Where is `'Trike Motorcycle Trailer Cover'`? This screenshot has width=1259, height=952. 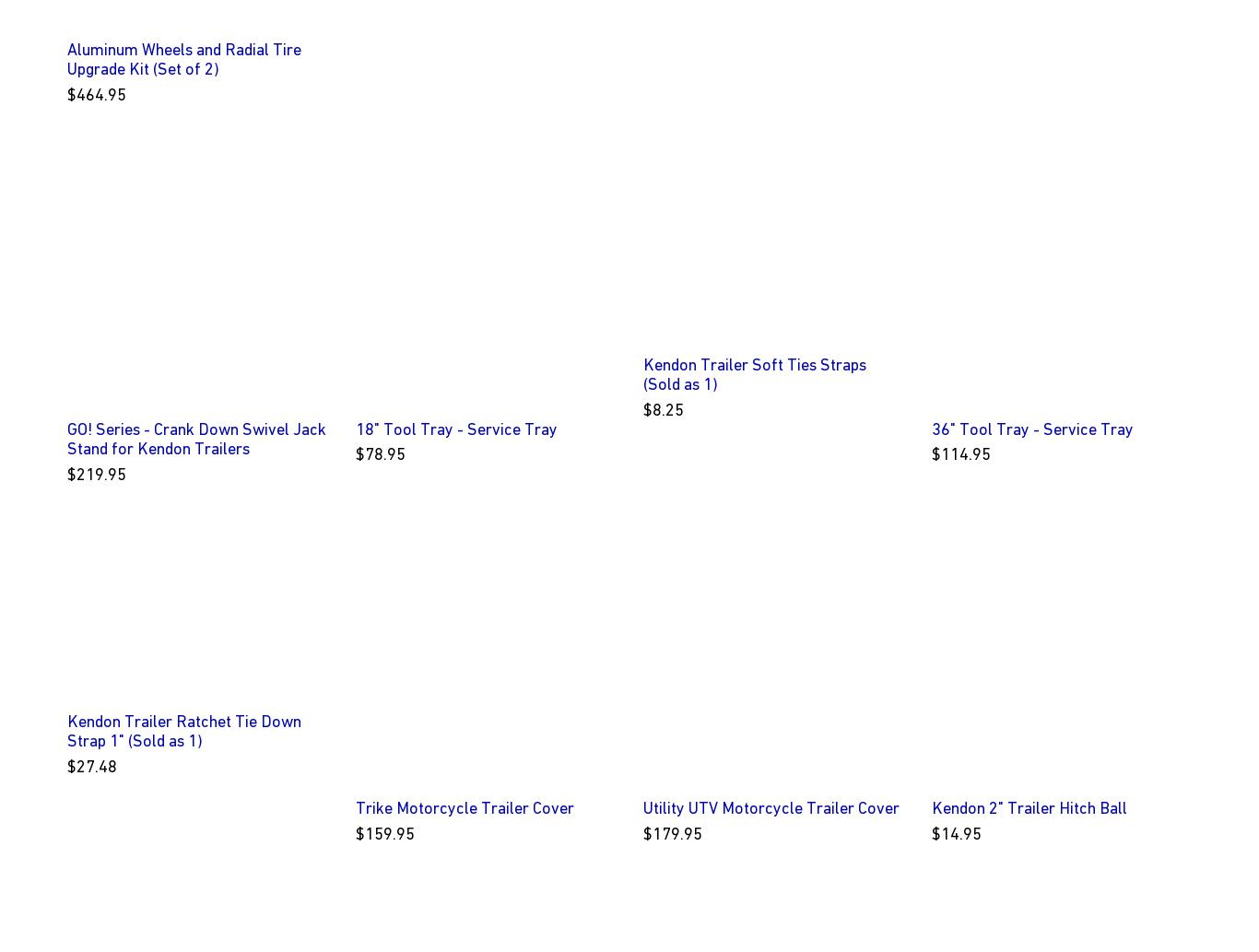
'Trike Motorcycle Trailer Cover' is located at coordinates (464, 806).